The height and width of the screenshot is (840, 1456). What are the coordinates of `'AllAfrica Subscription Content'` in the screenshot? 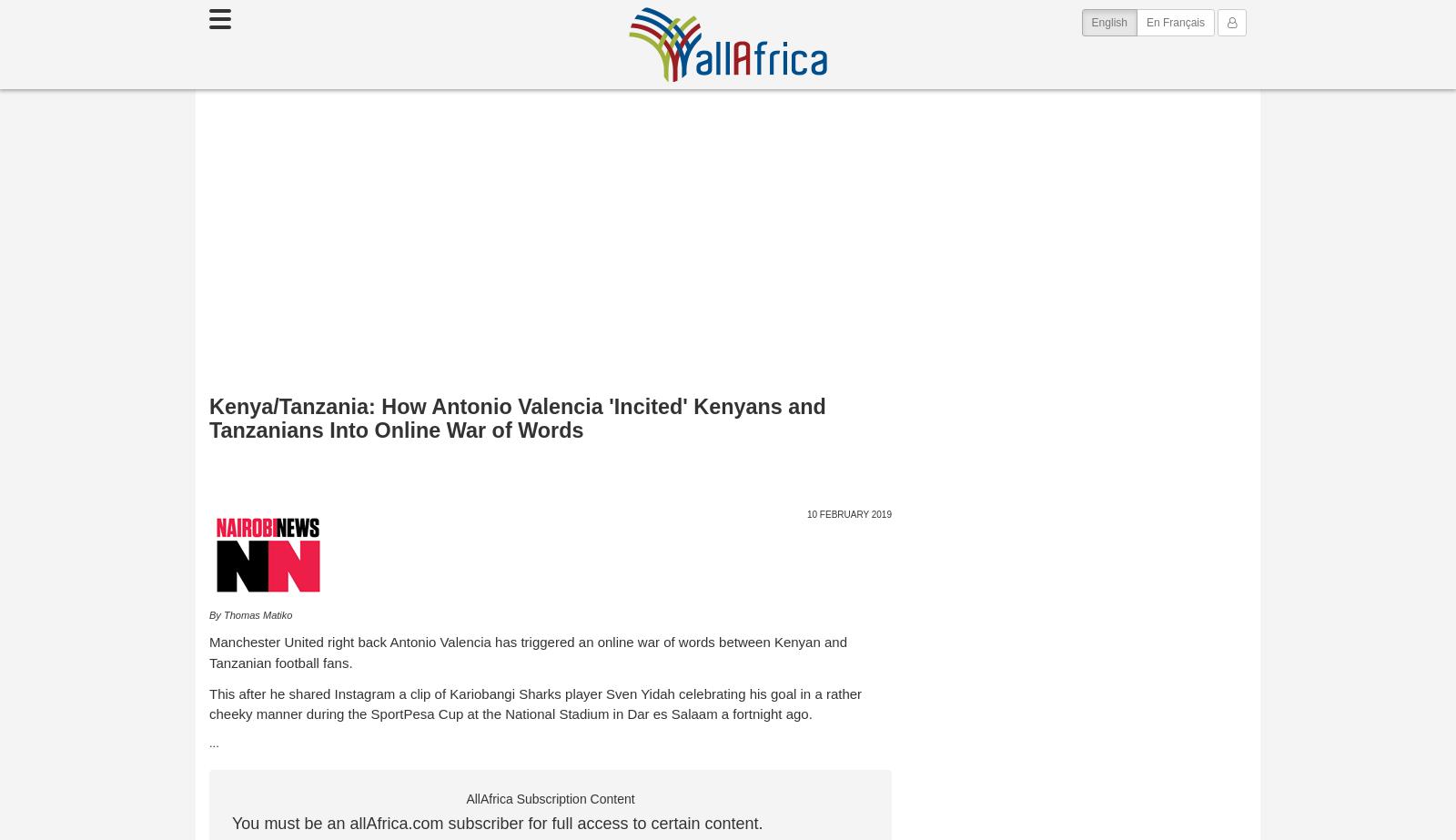 It's located at (465, 797).